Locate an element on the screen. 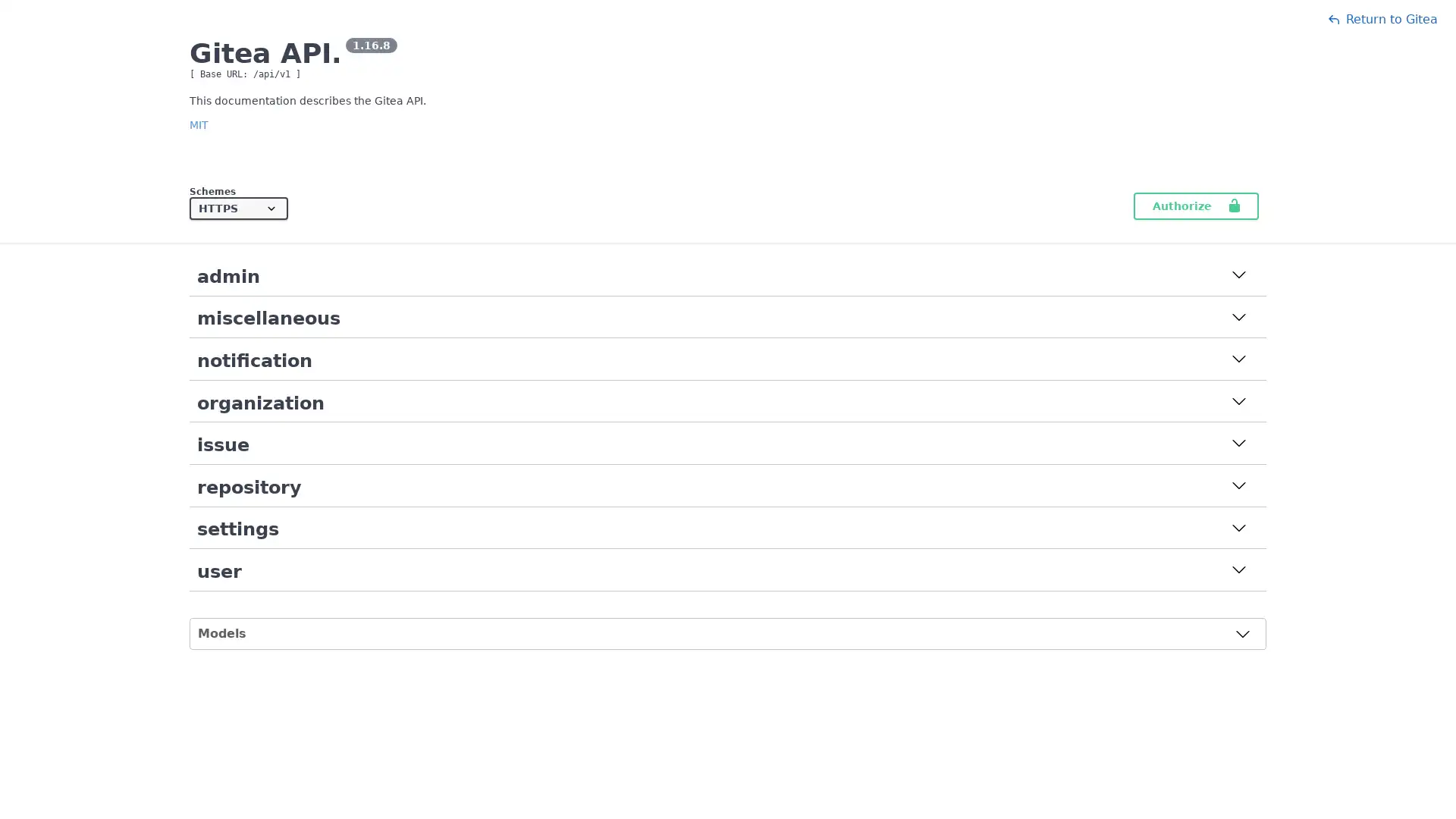 This screenshot has height=819, width=1456. Expand operation is located at coordinates (1238, 529).